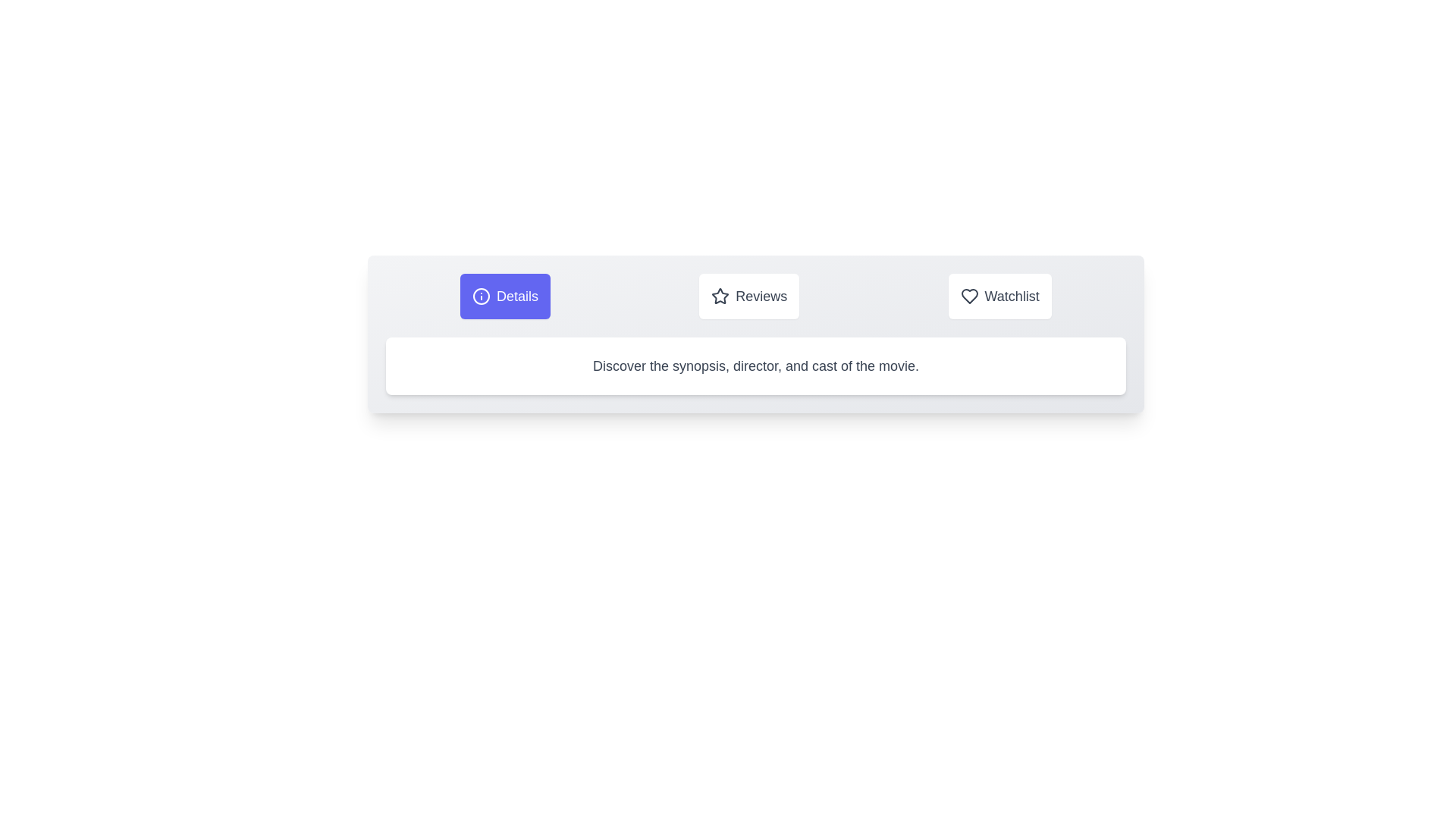  What do you see at coordinates (720, 296) in the screenshot?
I see `the icon associated with the Reviews tab` at bounding box center [720, 296].